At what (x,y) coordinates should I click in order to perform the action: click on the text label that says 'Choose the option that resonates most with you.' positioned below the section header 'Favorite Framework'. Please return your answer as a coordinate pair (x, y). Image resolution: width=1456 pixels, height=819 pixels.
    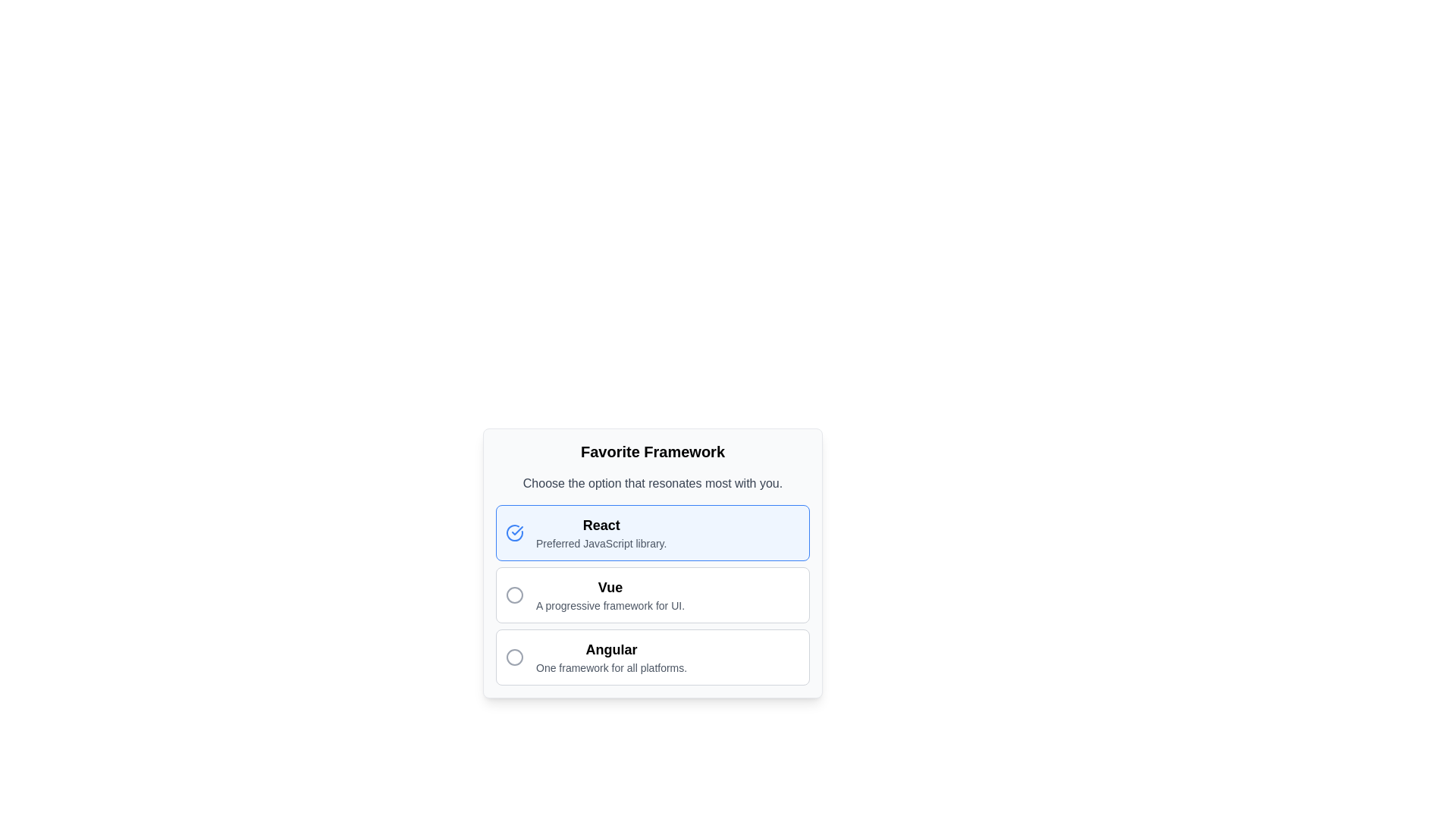
    Looking at the image, I should click on (652, 483).